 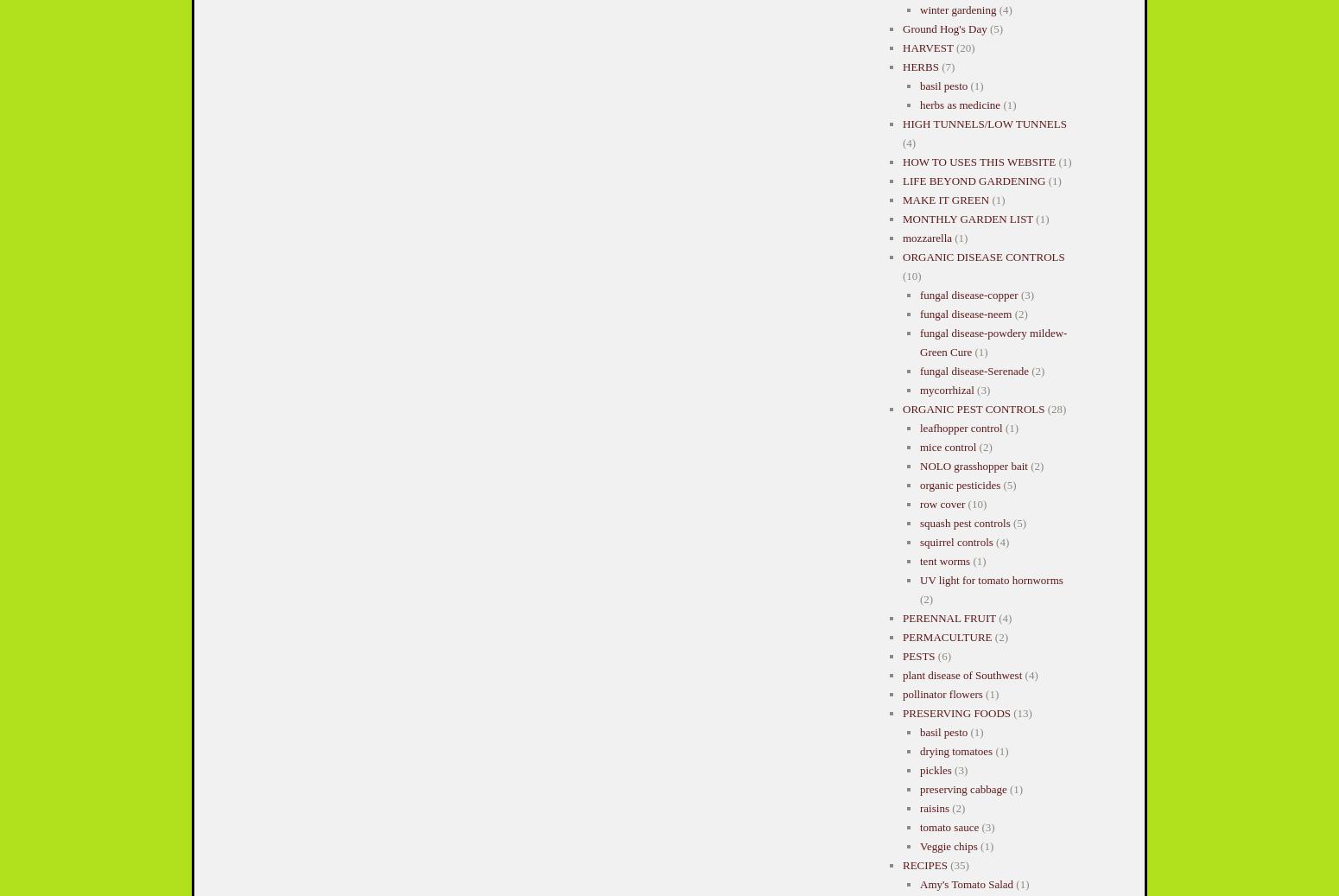 What do you see at coordinates (983, 123) in the screenshot?
I see `'HIGH TUNNELS/LOW TUNNELS'` at bounding box center [983, 123].